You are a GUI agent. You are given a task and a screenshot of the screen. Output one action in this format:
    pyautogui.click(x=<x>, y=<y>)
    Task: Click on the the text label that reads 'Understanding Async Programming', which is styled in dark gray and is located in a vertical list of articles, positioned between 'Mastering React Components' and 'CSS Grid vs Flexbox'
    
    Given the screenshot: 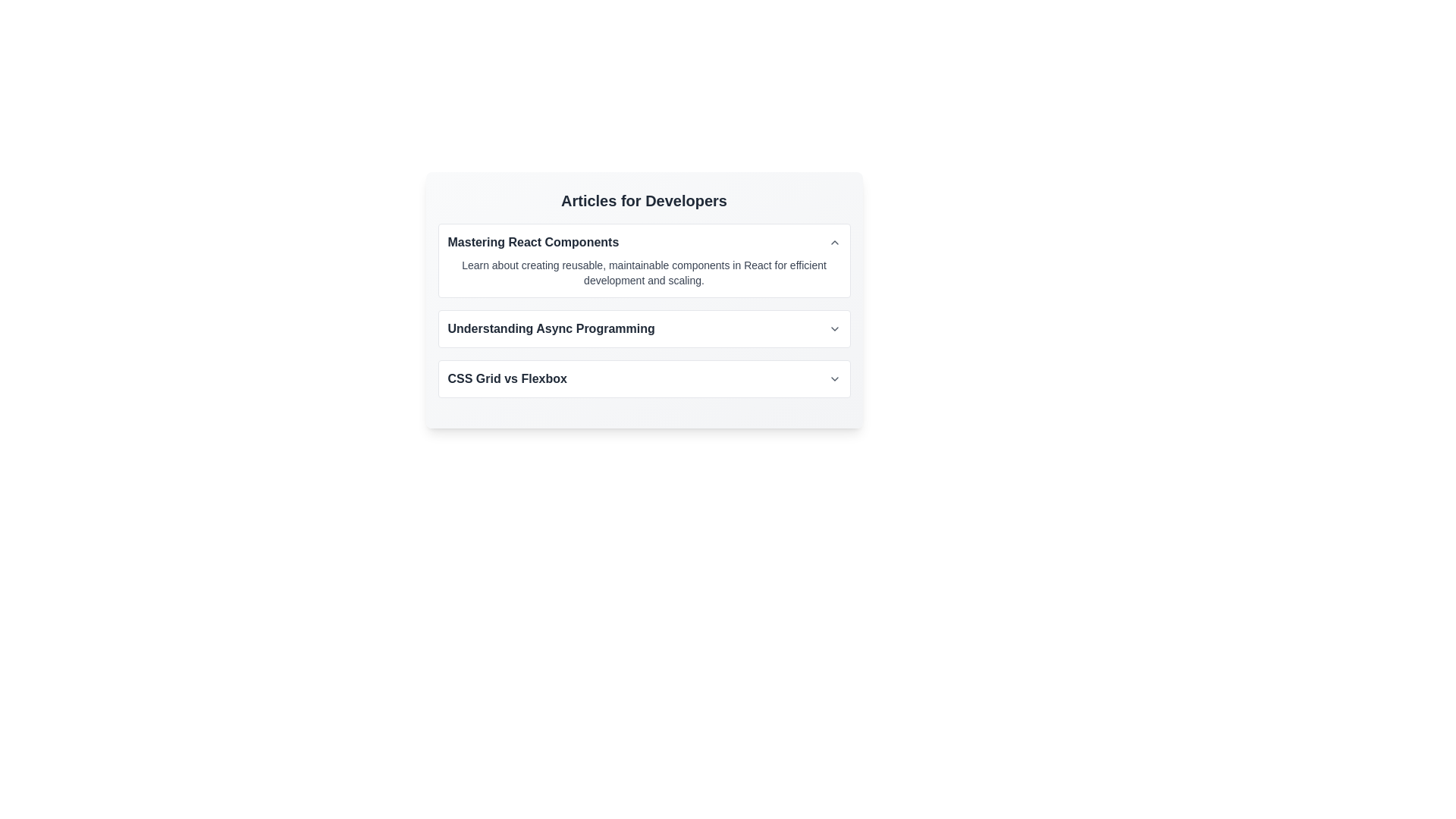 What is the action you would take?
    pyautogui.click(x=551, y=328)
    